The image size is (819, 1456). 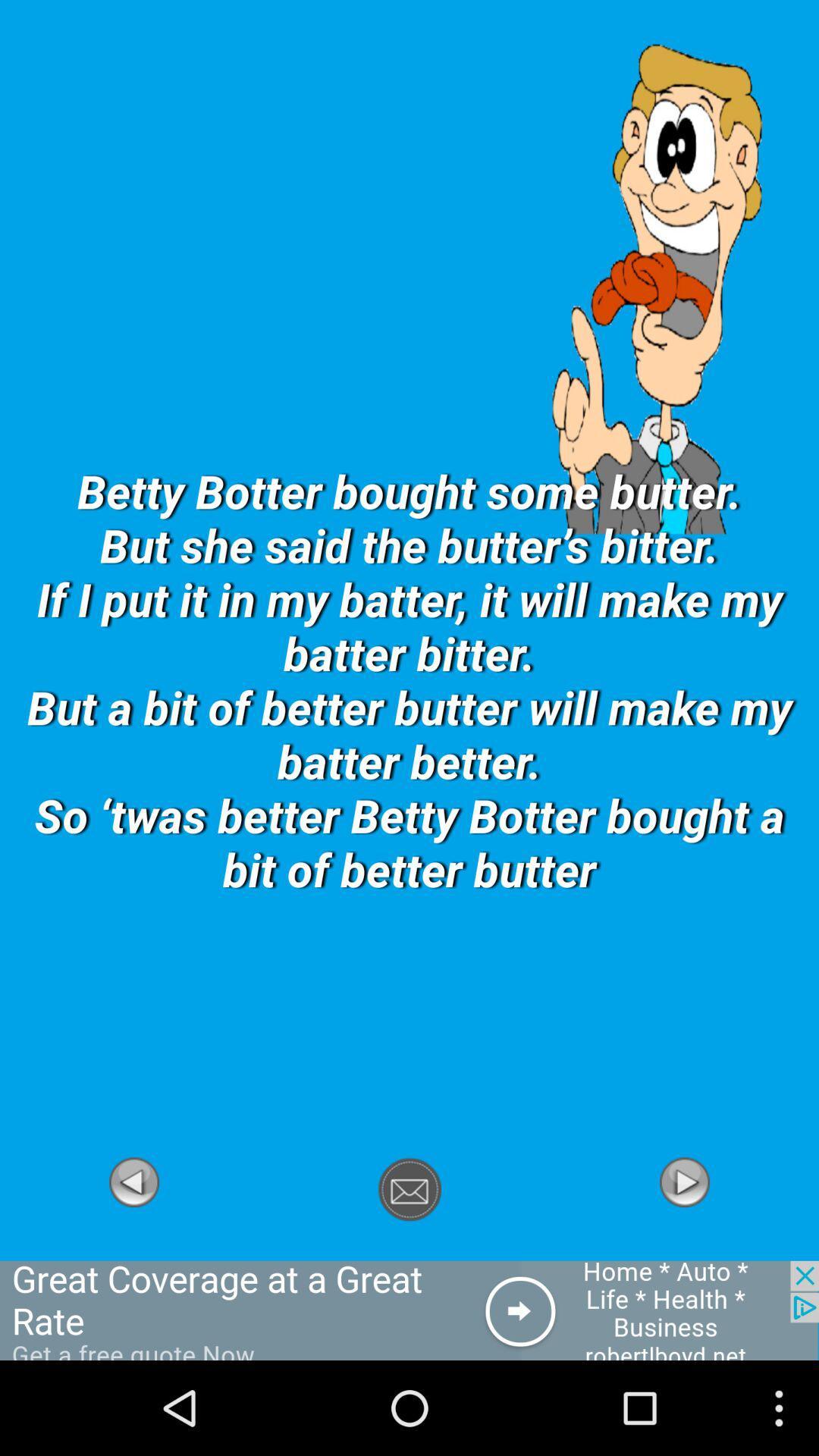 I want to click on forwort, so click(x=409, y=1310).